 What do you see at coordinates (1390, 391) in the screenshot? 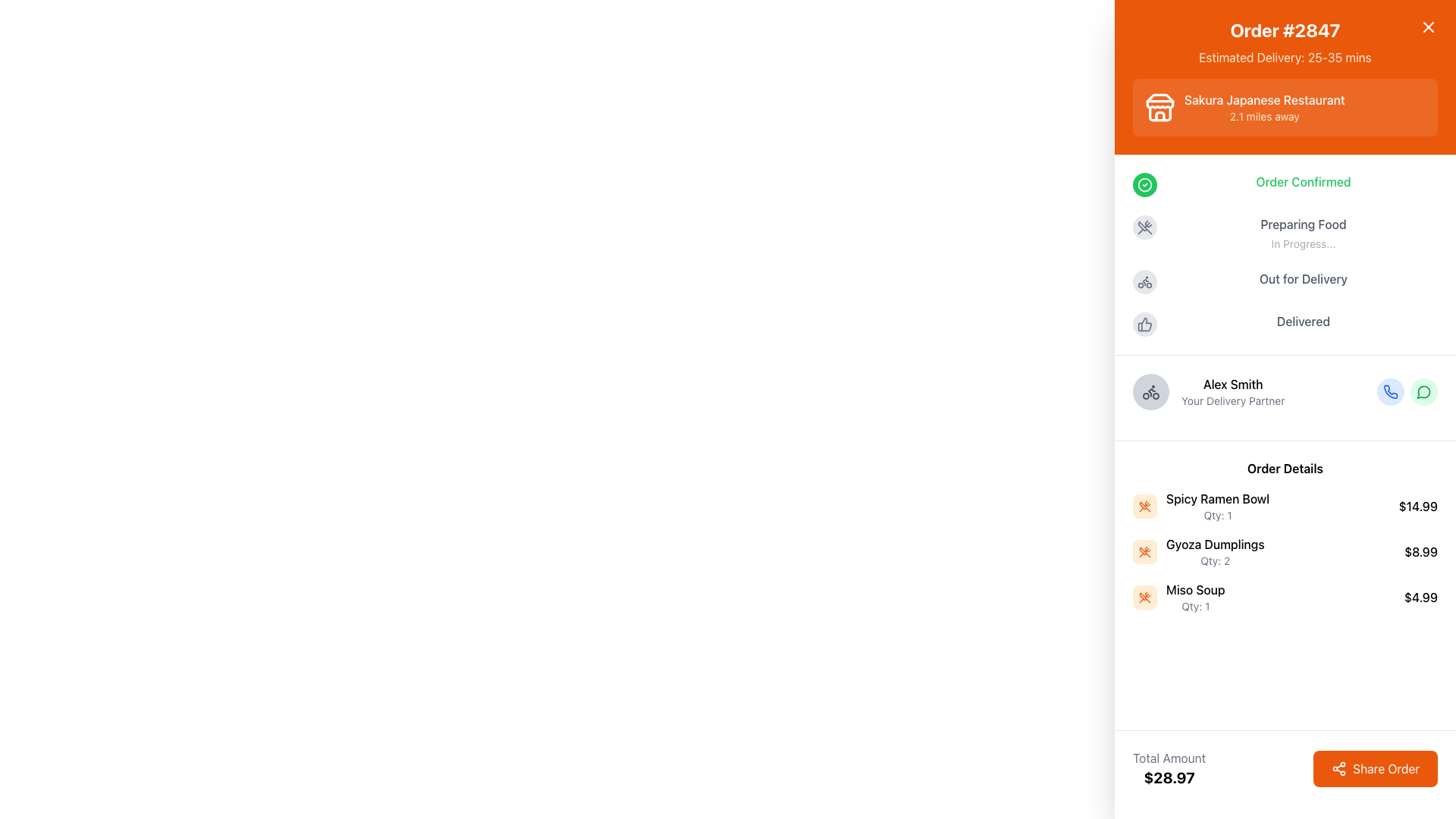
I see `the Phone Call icon located in the delivery partner's contact area to initiate a phone call` at bounding box center [1390, 391].